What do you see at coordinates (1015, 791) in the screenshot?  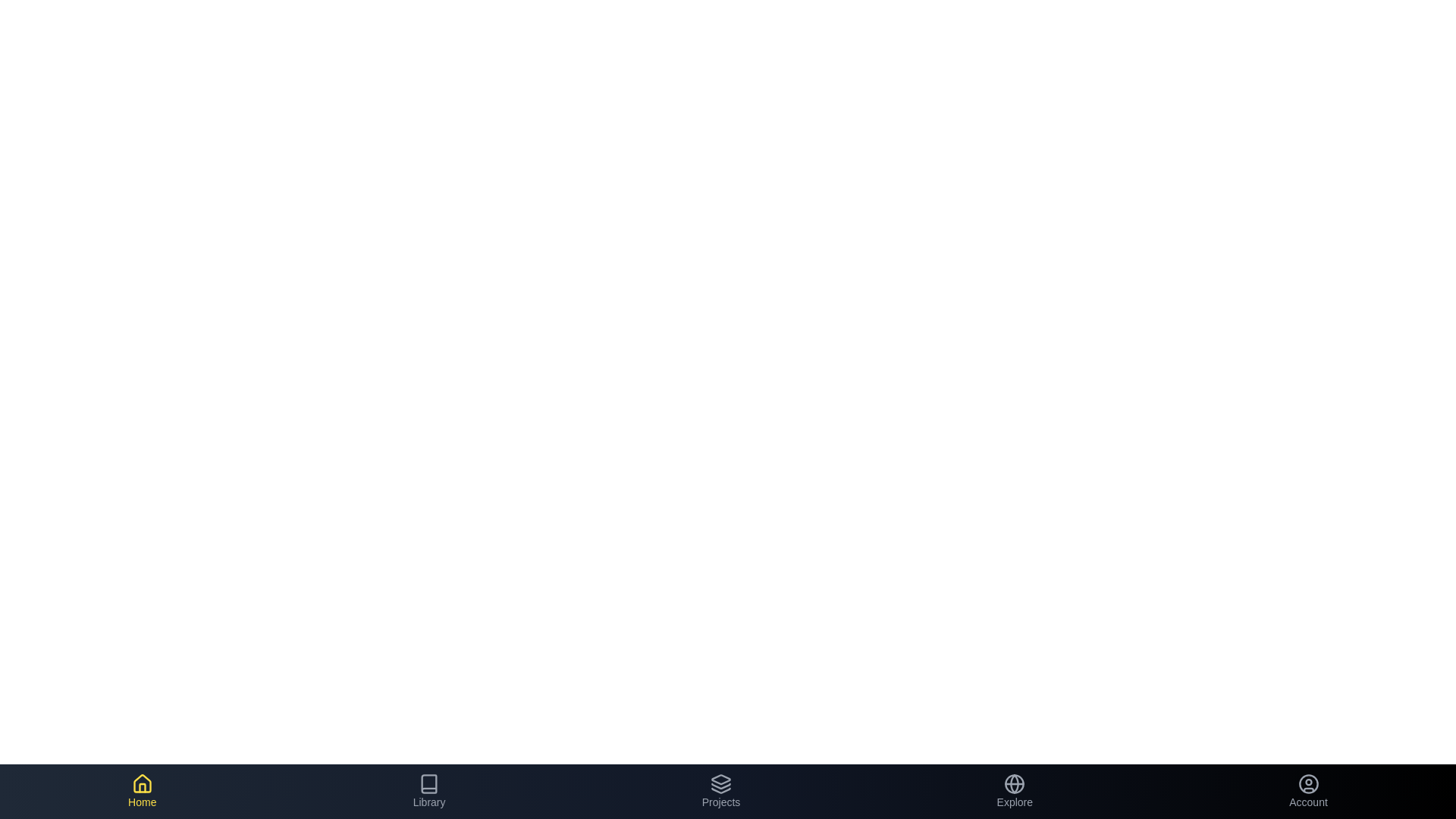 I see `the Explore tab to see the hover effect` at bounding box center [1015, 791].